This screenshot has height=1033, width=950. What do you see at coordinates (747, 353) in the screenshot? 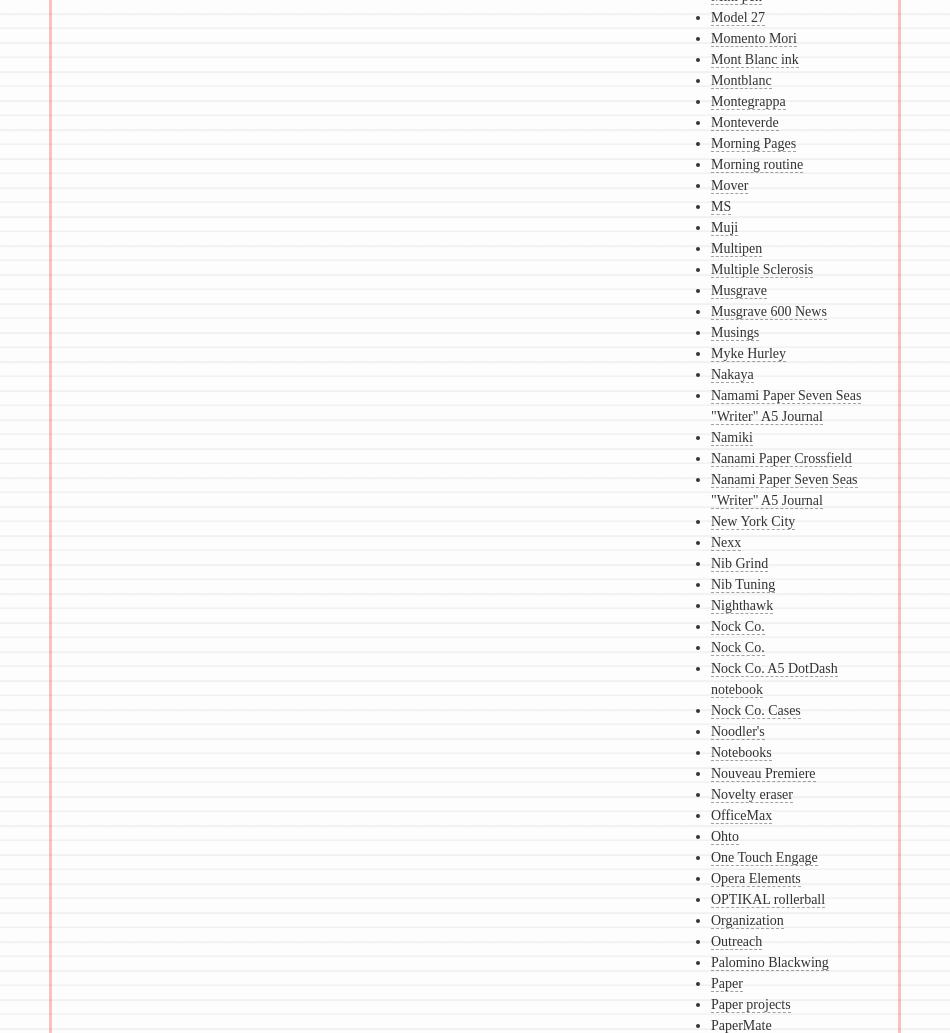
I see `'Myke Hurley'` at bounding box center [747, 353].